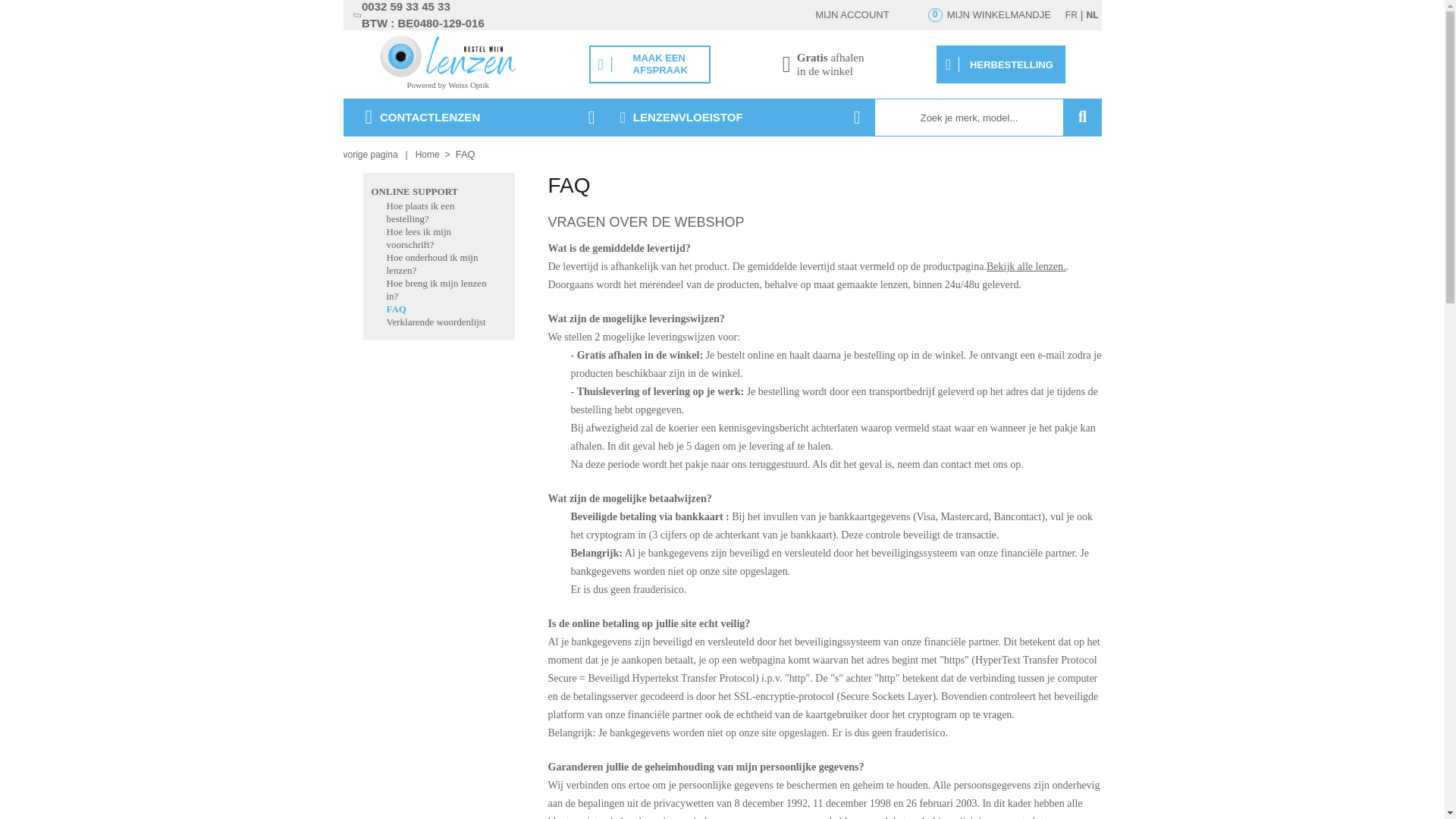  Describe the element at coordinates (419, 237) in the screenshot. I see `'Hoe lees ik mijn voorschrift?'` at that location.